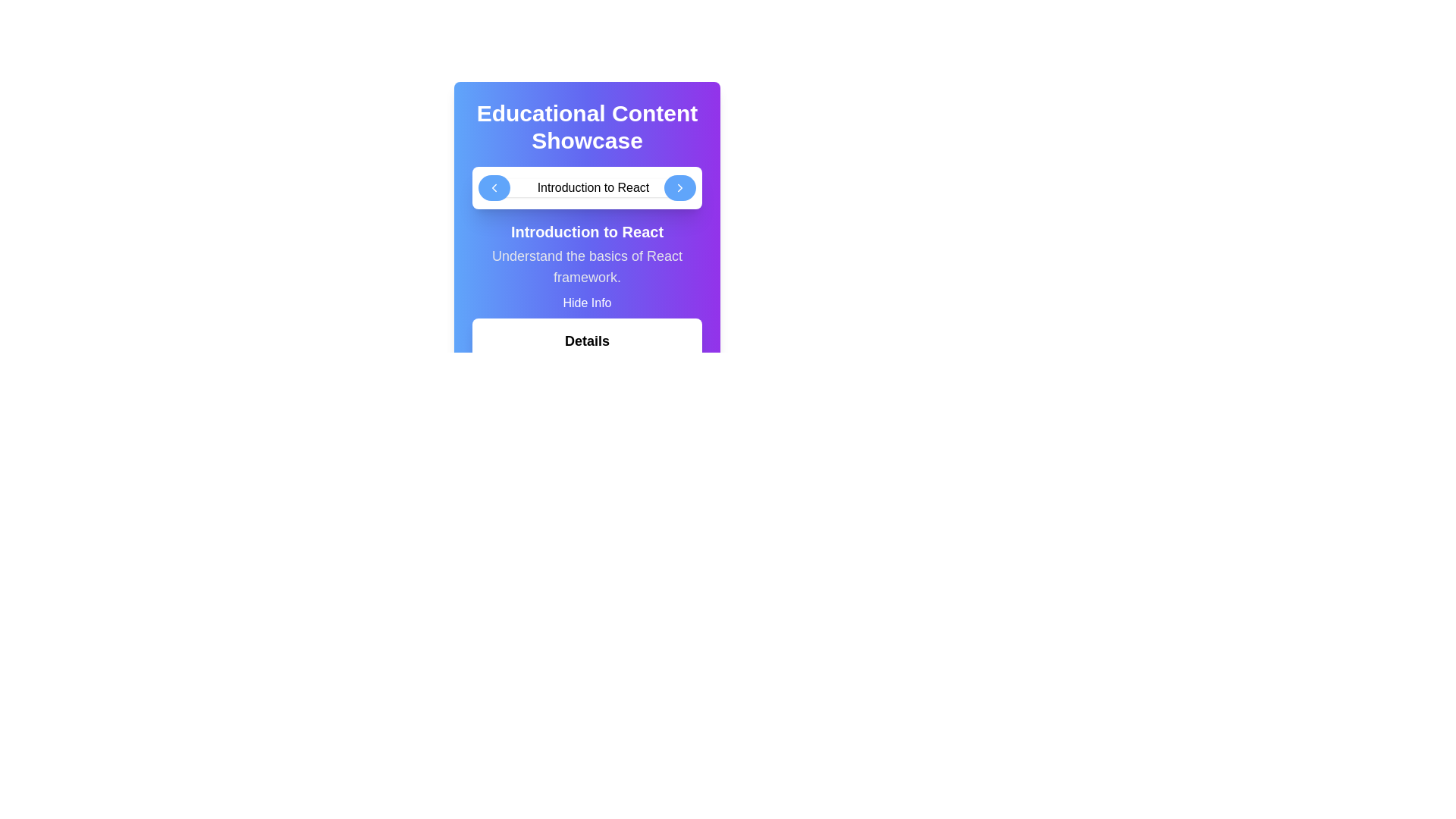  Describe the element at coordinates (679, 187) in the screenshot. I see `the forward chevron icon located at the center of the blue circular button in the horizontal navigation bar` at that location.